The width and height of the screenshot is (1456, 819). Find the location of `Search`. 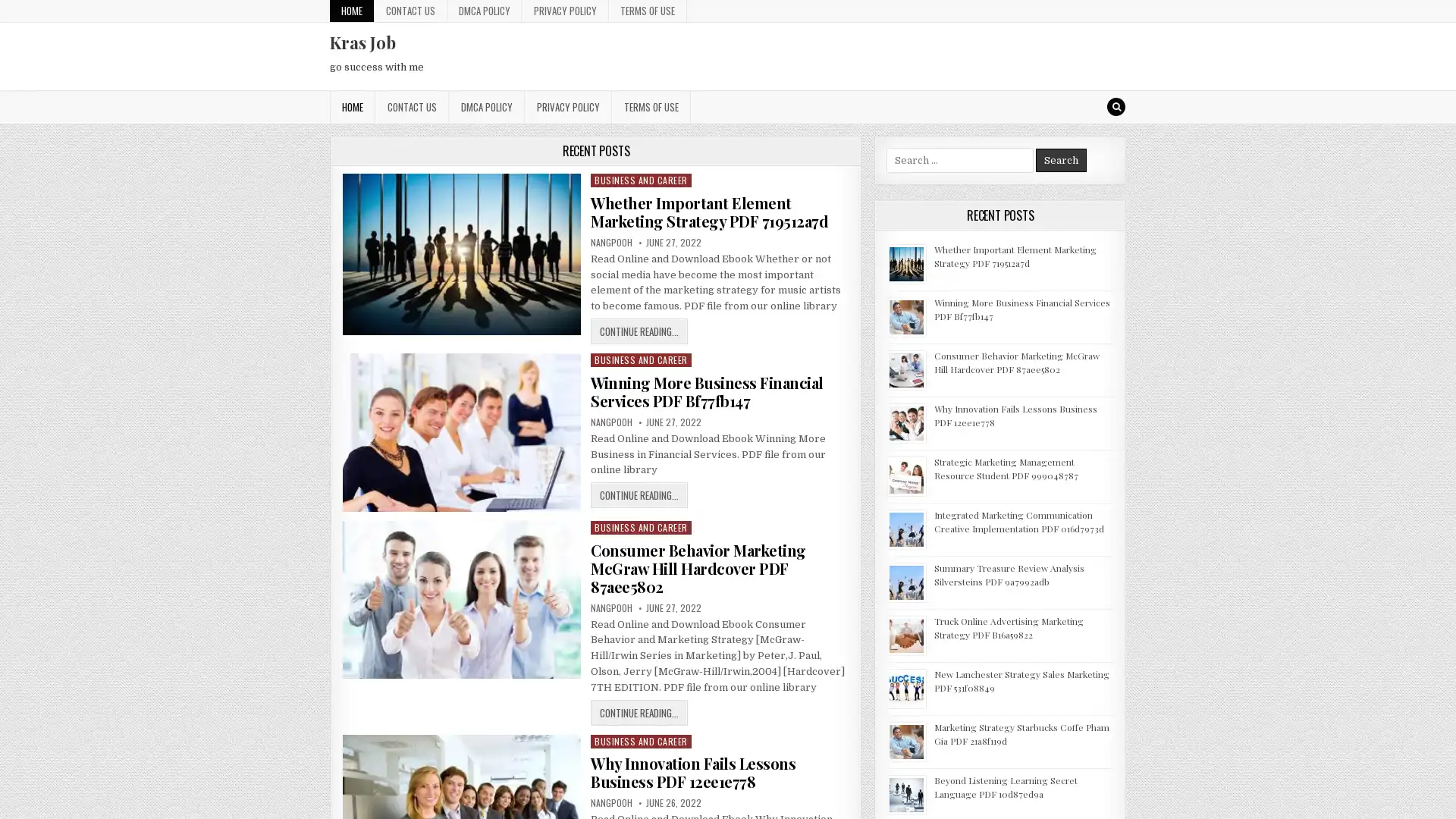

Search is located at coordinates (1060, 160).